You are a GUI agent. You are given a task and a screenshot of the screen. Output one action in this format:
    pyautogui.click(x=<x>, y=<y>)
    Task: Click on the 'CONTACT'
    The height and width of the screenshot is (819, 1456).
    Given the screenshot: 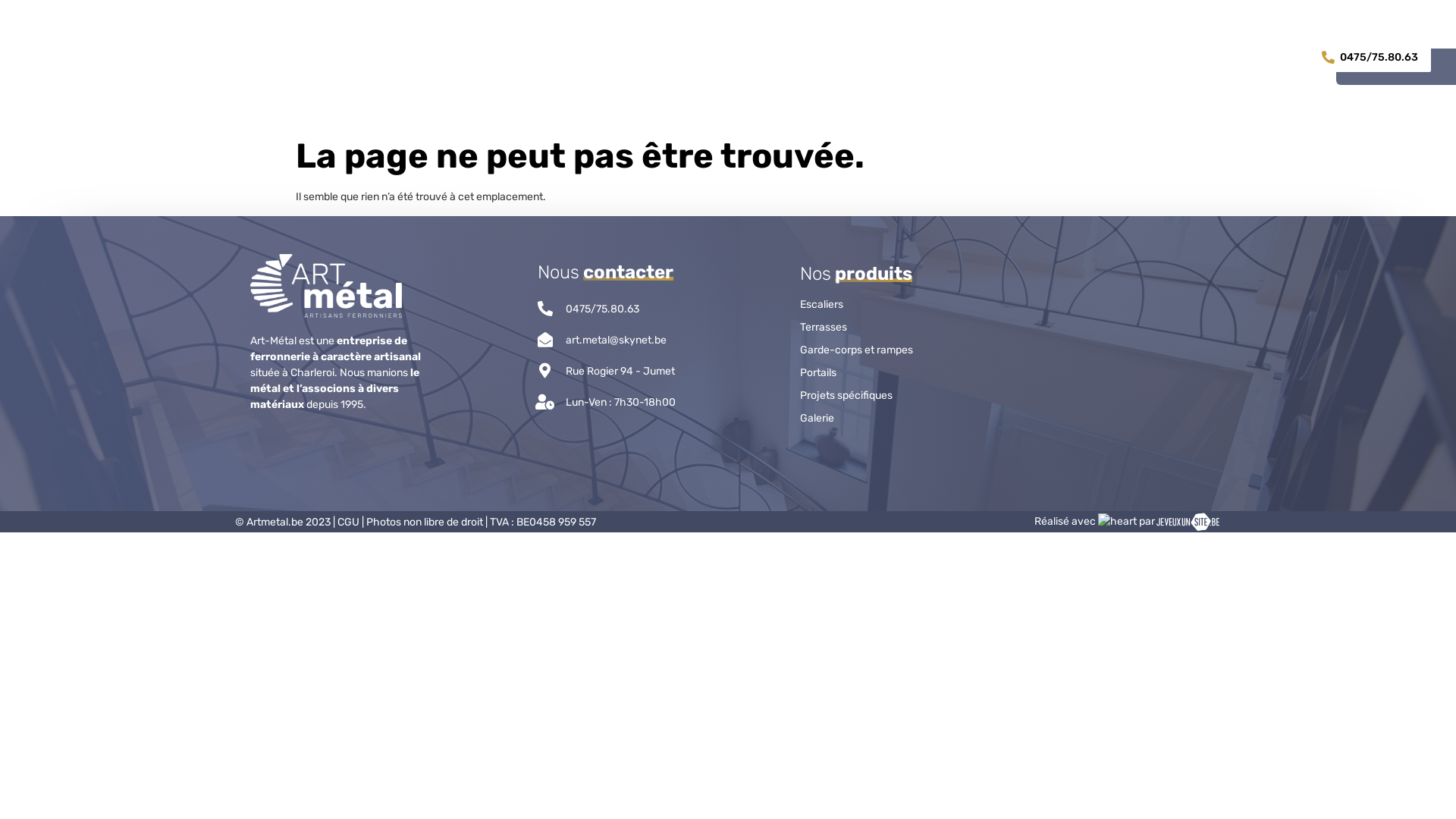 What is the action you would take?
    pyautogui.click(x=942, y=58)
    